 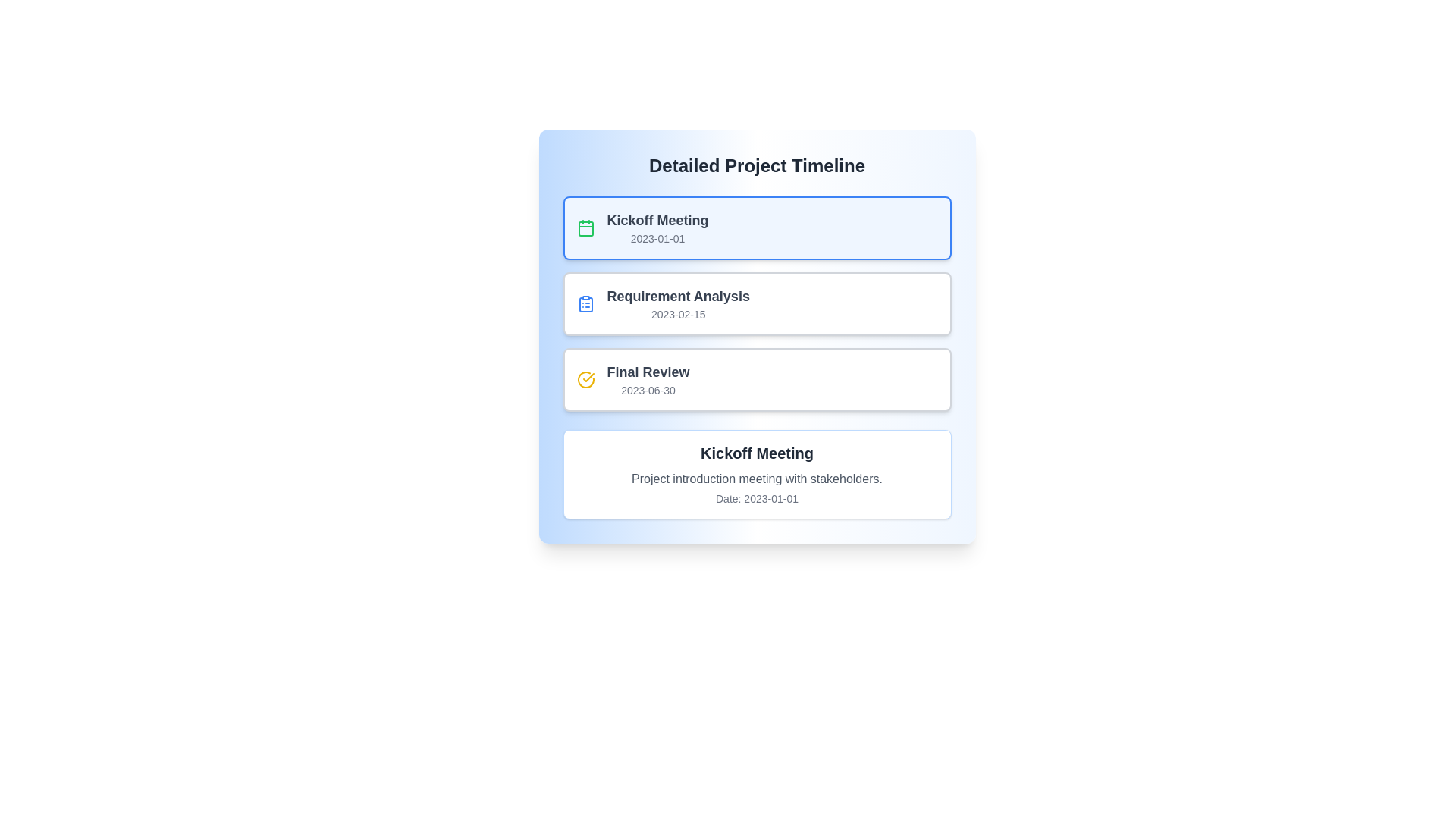 I want to click on the 'Requirement Analysis' card, which is the second card in the vertical list, so click(x=757, y=304).